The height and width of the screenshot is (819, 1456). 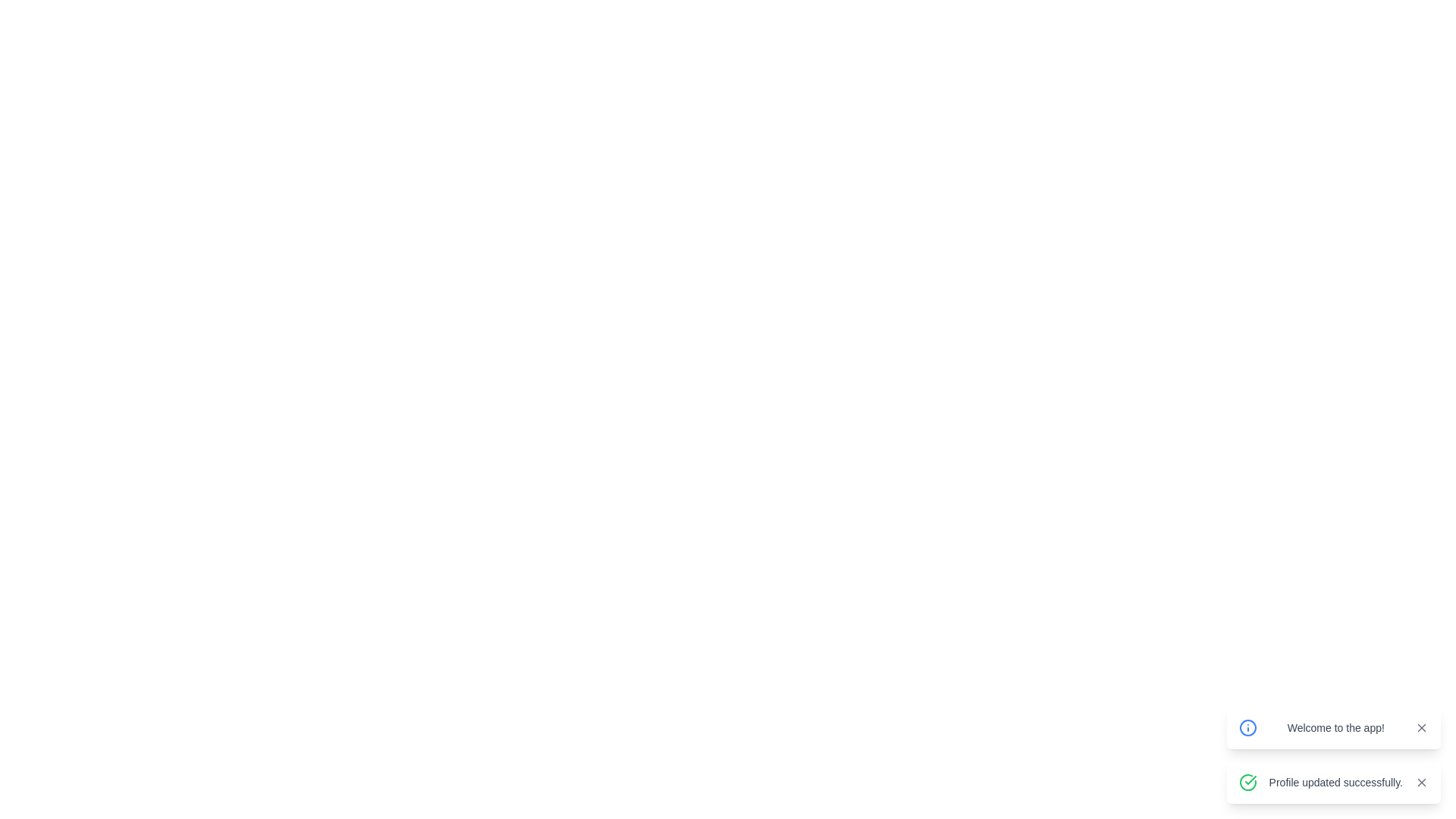 What do you see at coordinates (1421, 727) in the screenshot?
I see `the close button located at the far-right edge of the notification box` at bounding box center [1421, 727].